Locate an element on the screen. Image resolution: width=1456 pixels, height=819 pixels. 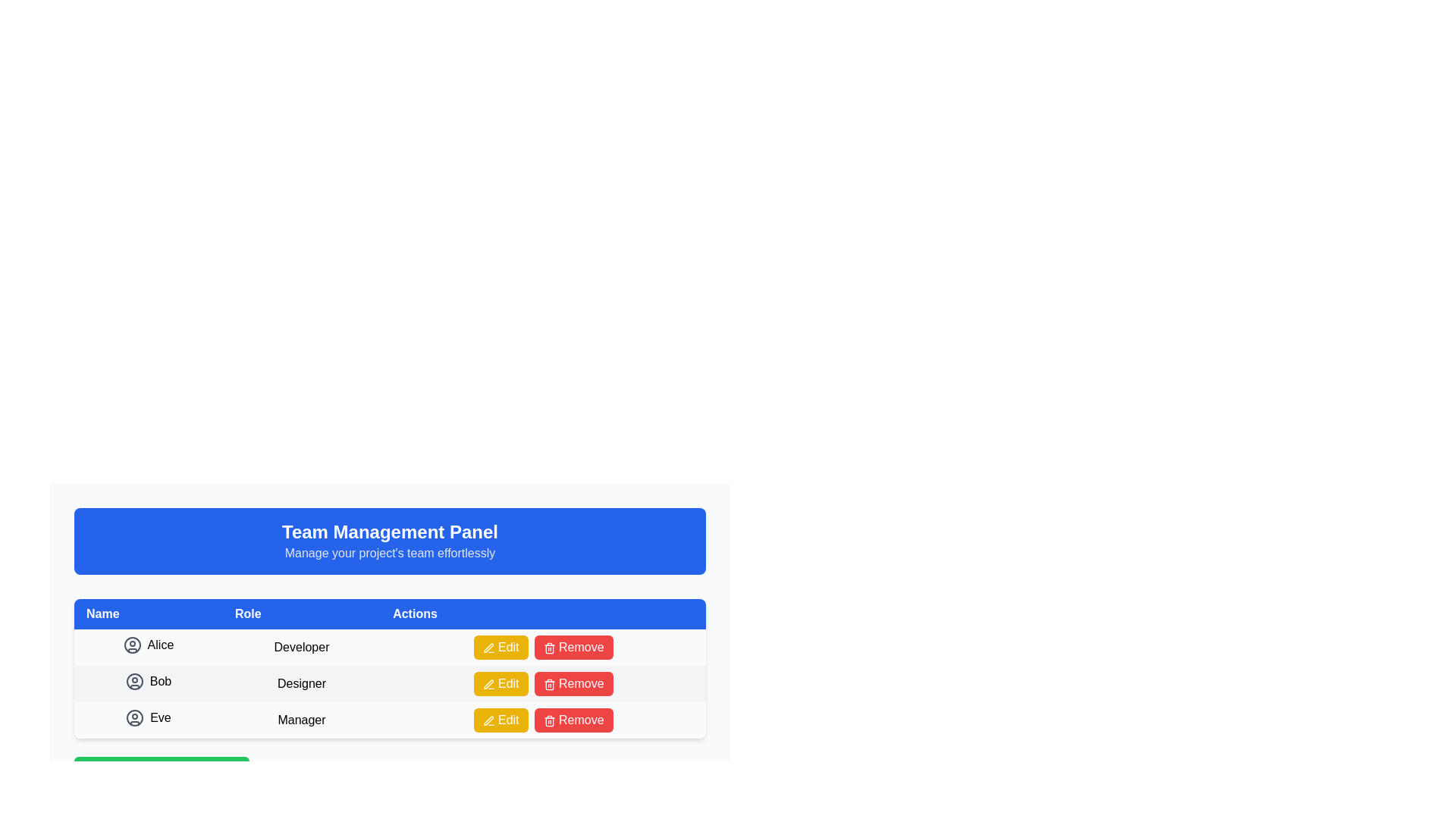
the delete button located in the 'Actions' column of the third row of the table, positioned to the right of the yellow 'Edit' button is located at coordinates (573, 647).